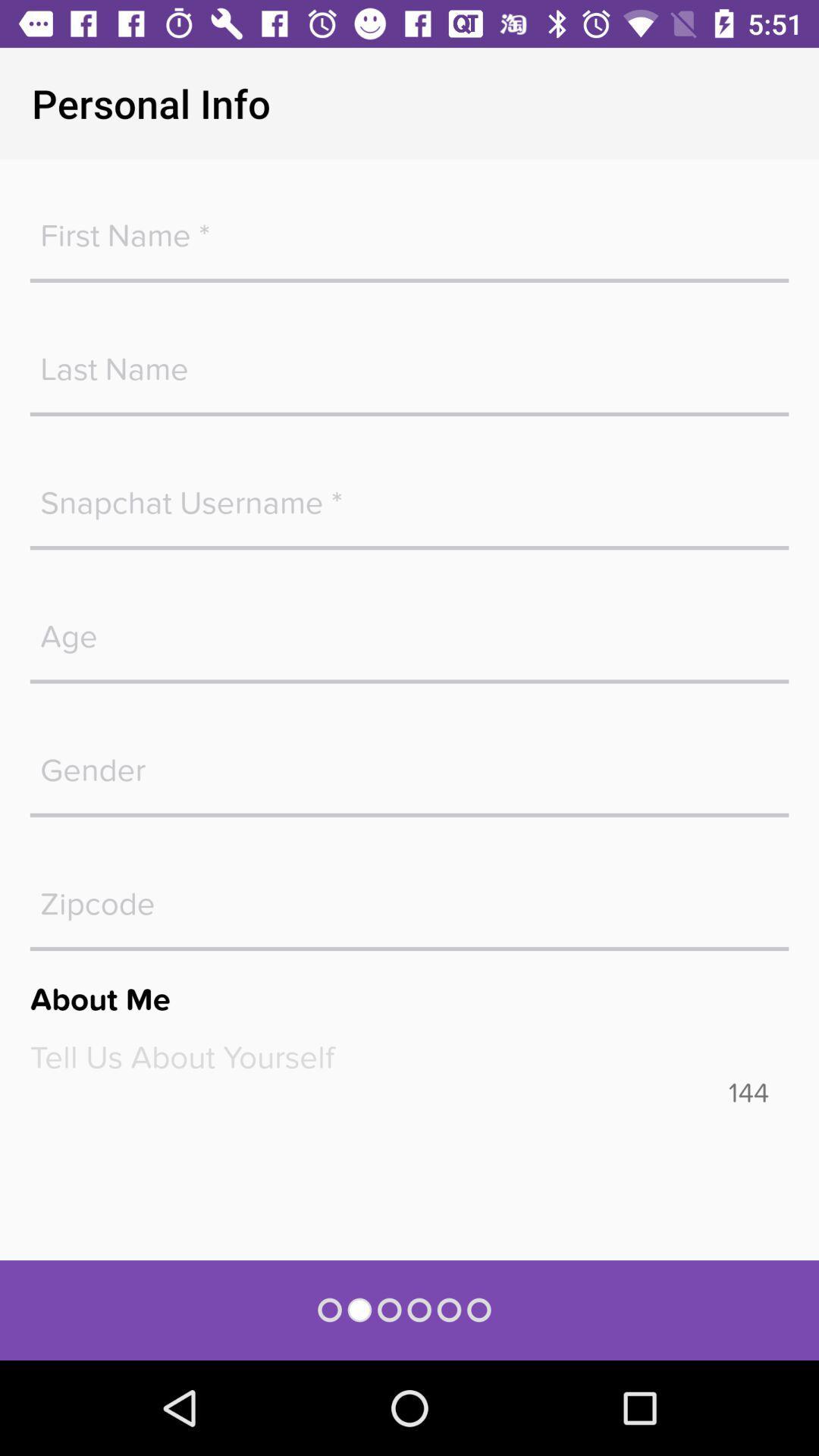 This screenshot has width=819, height=1456. What do you see at coordinates (409, 896) in the screenshot?
I see `zipcode field` at bounding box center [409, 896].